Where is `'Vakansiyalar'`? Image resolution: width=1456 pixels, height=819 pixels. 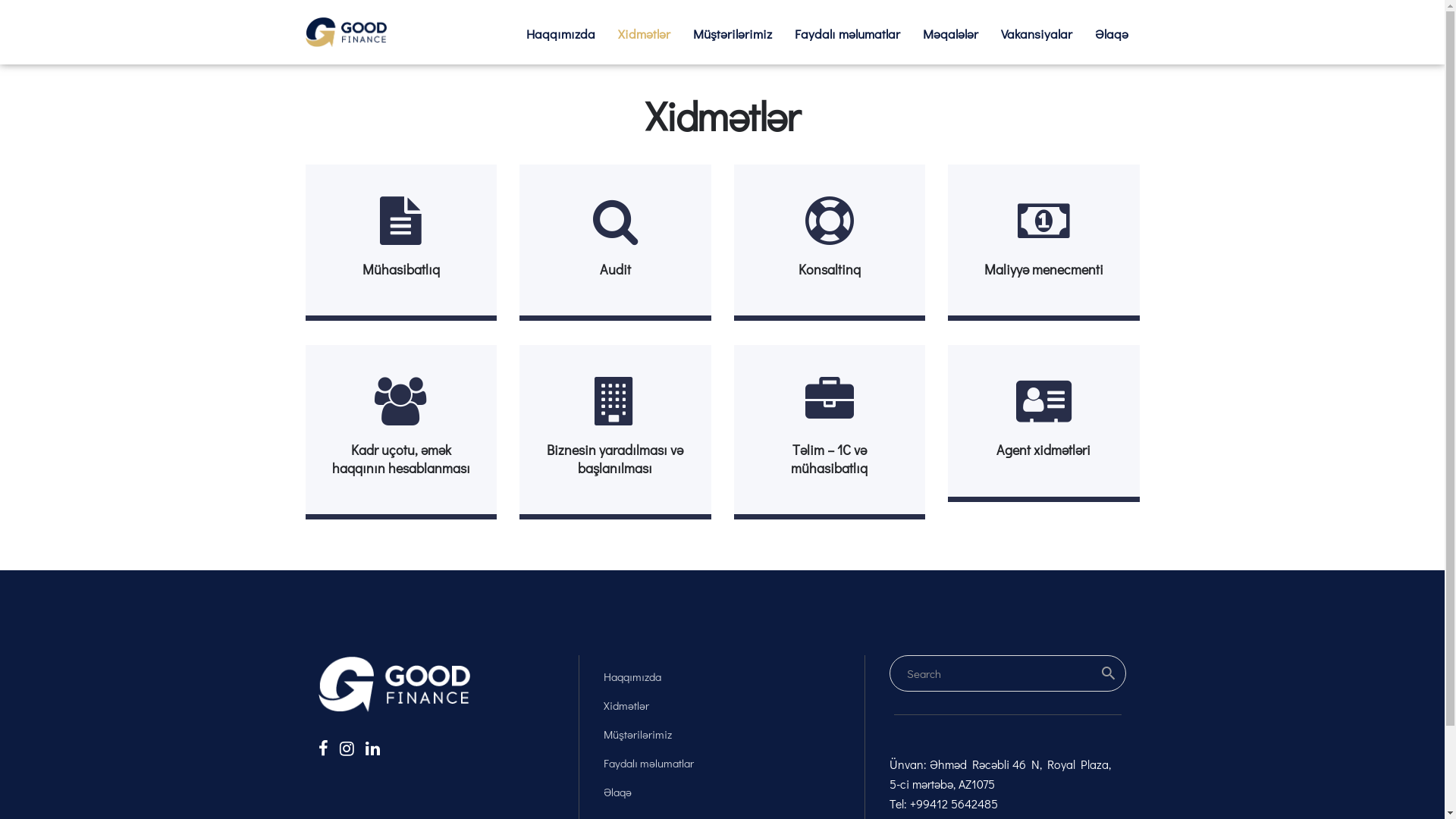
'Vakansiyalar' is located at coordinates (1035, 33).